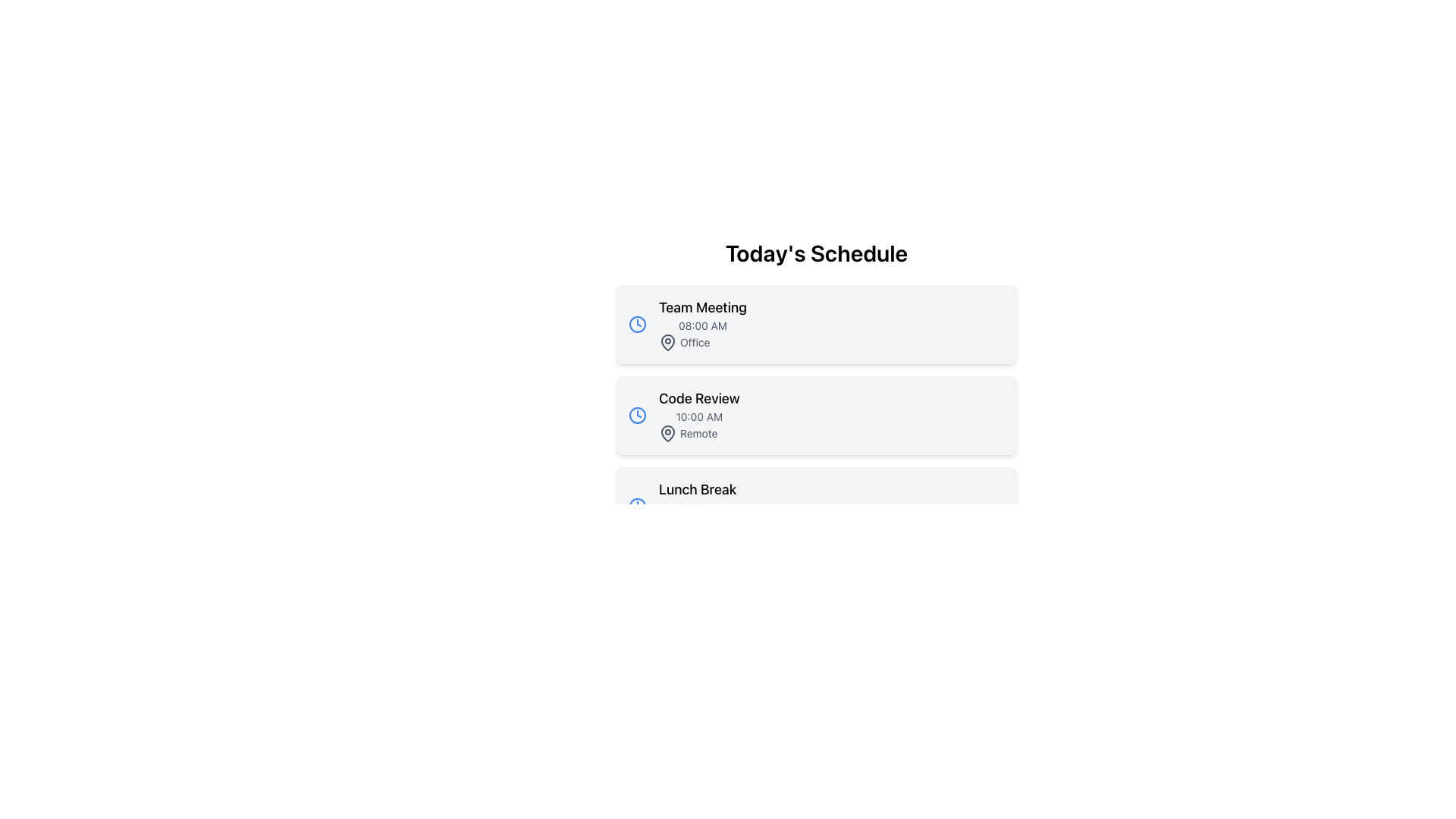 The height and width of the screenshot is (819, 1456). What do you see at coordinates (637, 415) in the screenshot?
I see `the graphical information of the clock icon within the second event card titled 'Code Review' on today's schedule` at bounding box center [637, 415].